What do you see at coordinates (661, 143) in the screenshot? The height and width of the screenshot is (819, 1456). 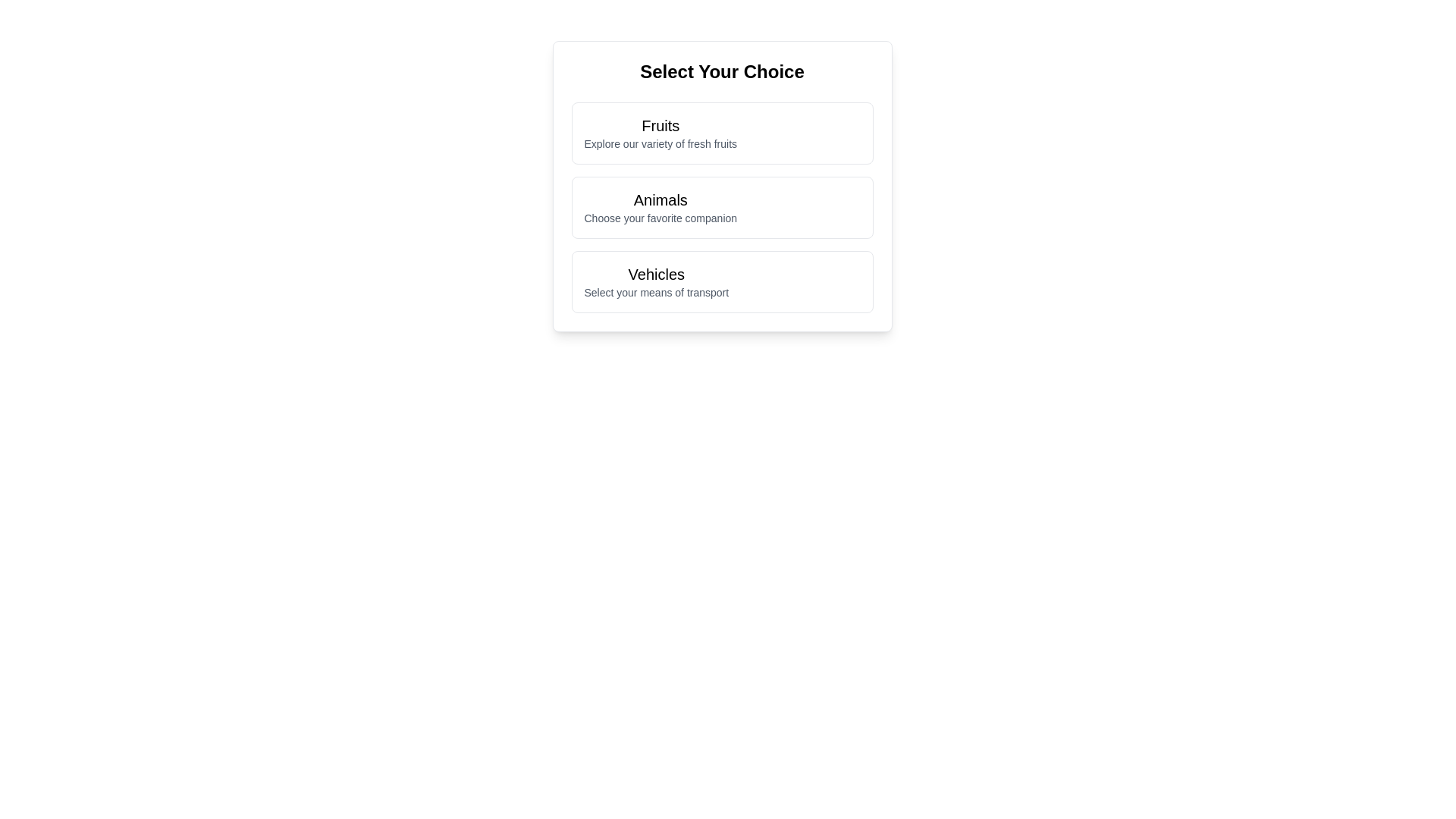 I see `the static text label displaying 'Explore our variety of fresh fruits', which is positioned beneath the title 'Fruits' in a selection section` at bounding box center [661, 143].